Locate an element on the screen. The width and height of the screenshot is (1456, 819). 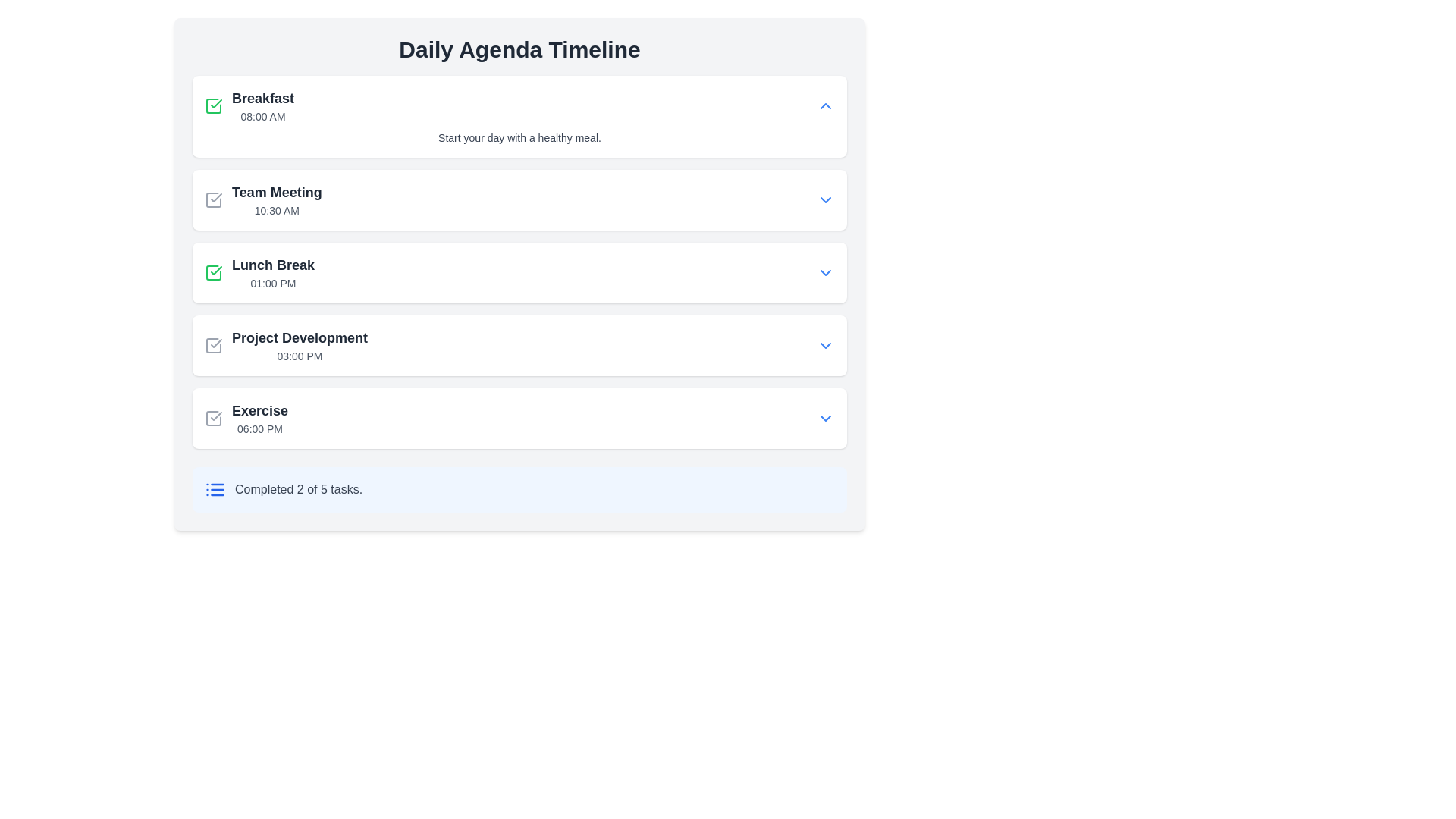
the toggle button located on the rightmost side of the 'Exercise' section next to the time '06:00 PM' is located at coordinates (825, 418).